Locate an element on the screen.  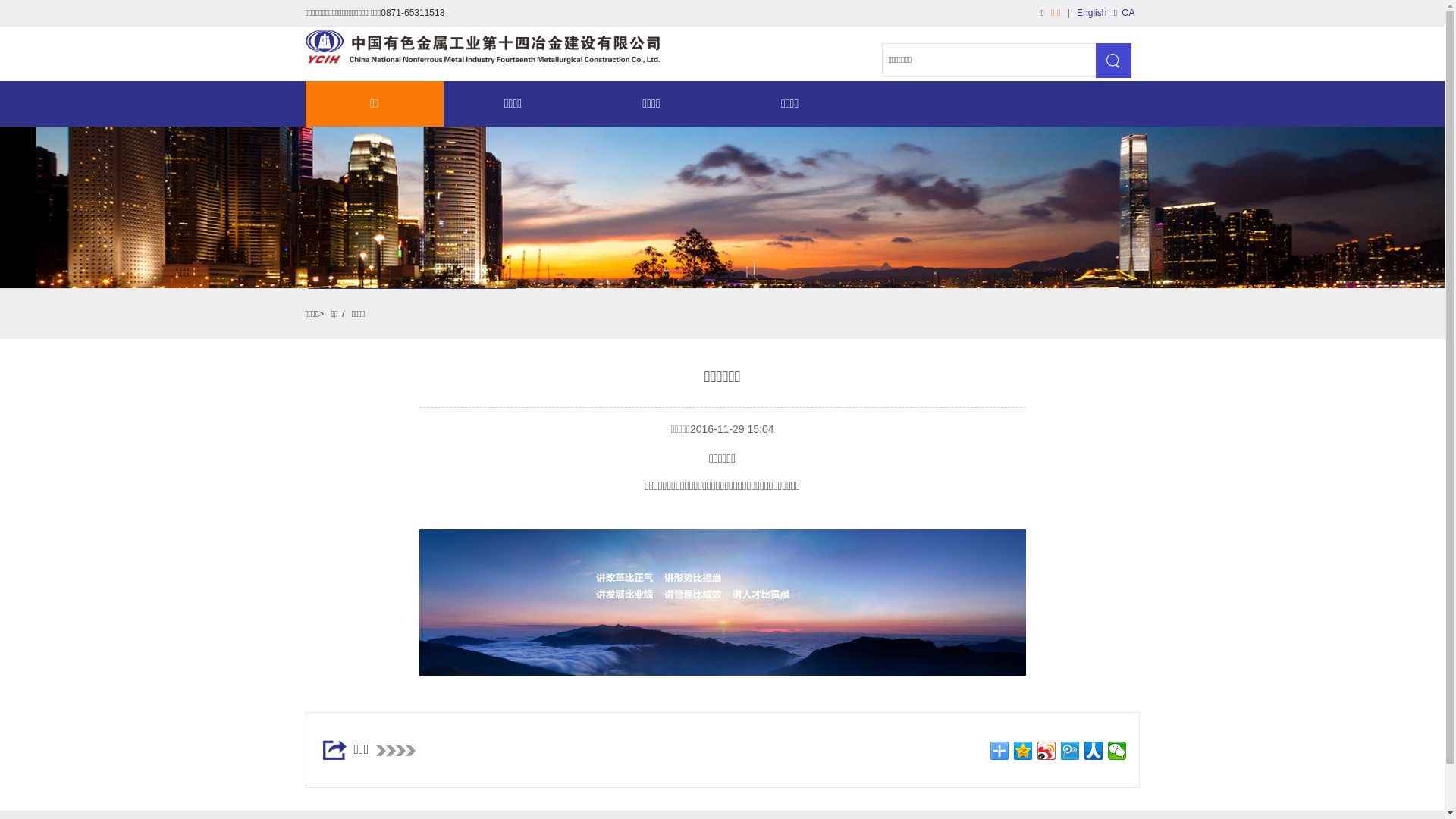
'English' is located at coordinates (1090, 12).